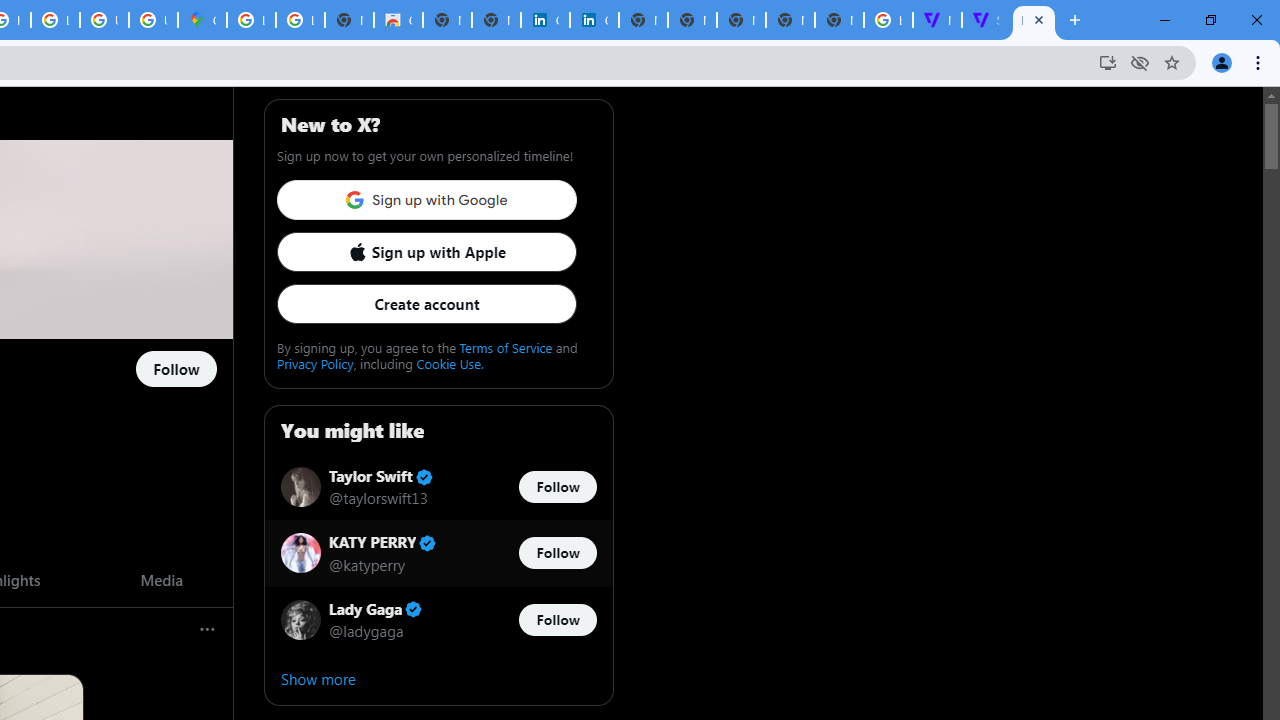  I want to click on 'Miley Cyrus (@MileyCyrus) / X', so click(1034, 20).